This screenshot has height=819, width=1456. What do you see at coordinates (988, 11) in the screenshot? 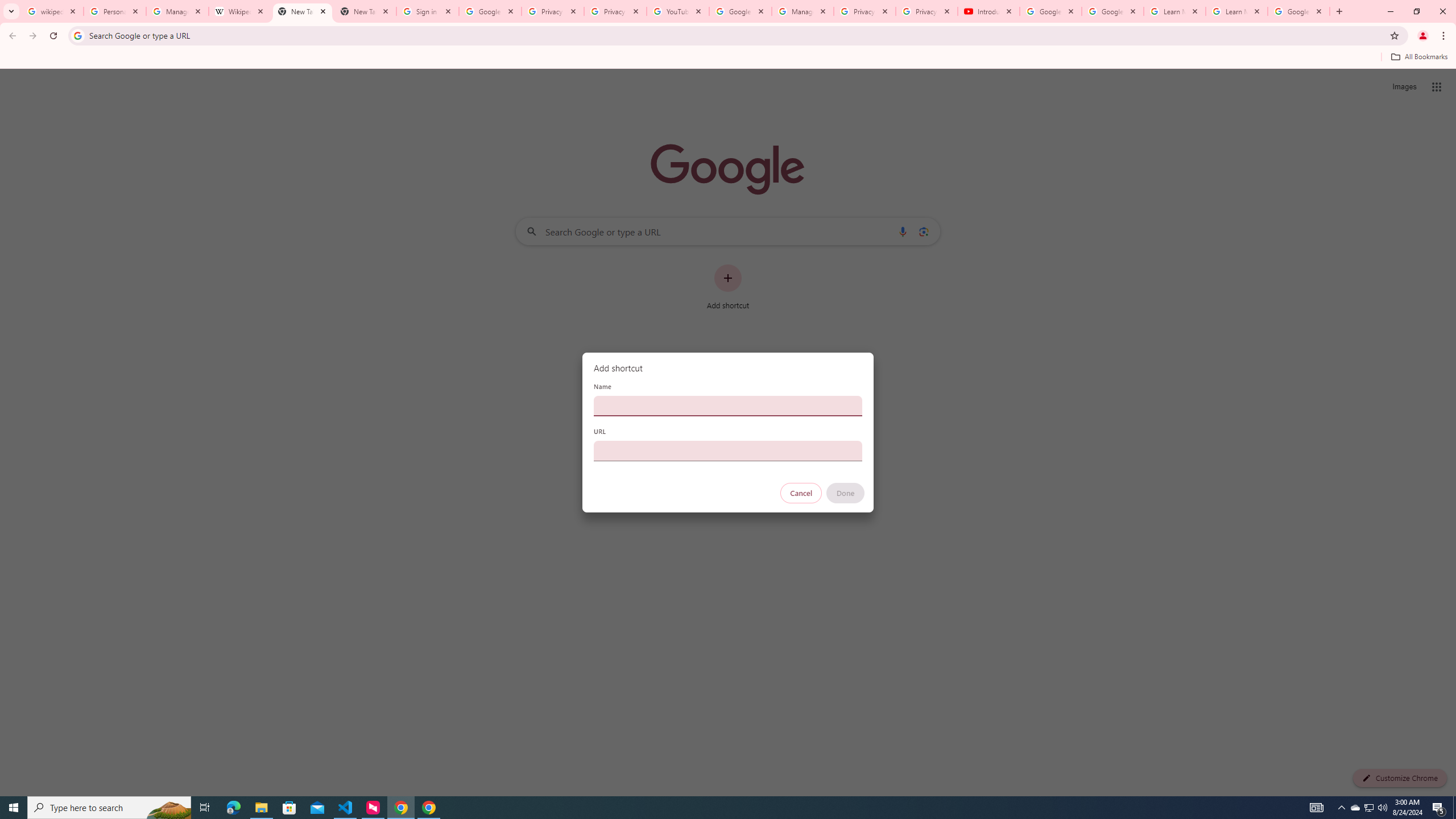
I see `'Introduction | Google Privacy Policy - YouTube'` at bounding box center [988, 11].